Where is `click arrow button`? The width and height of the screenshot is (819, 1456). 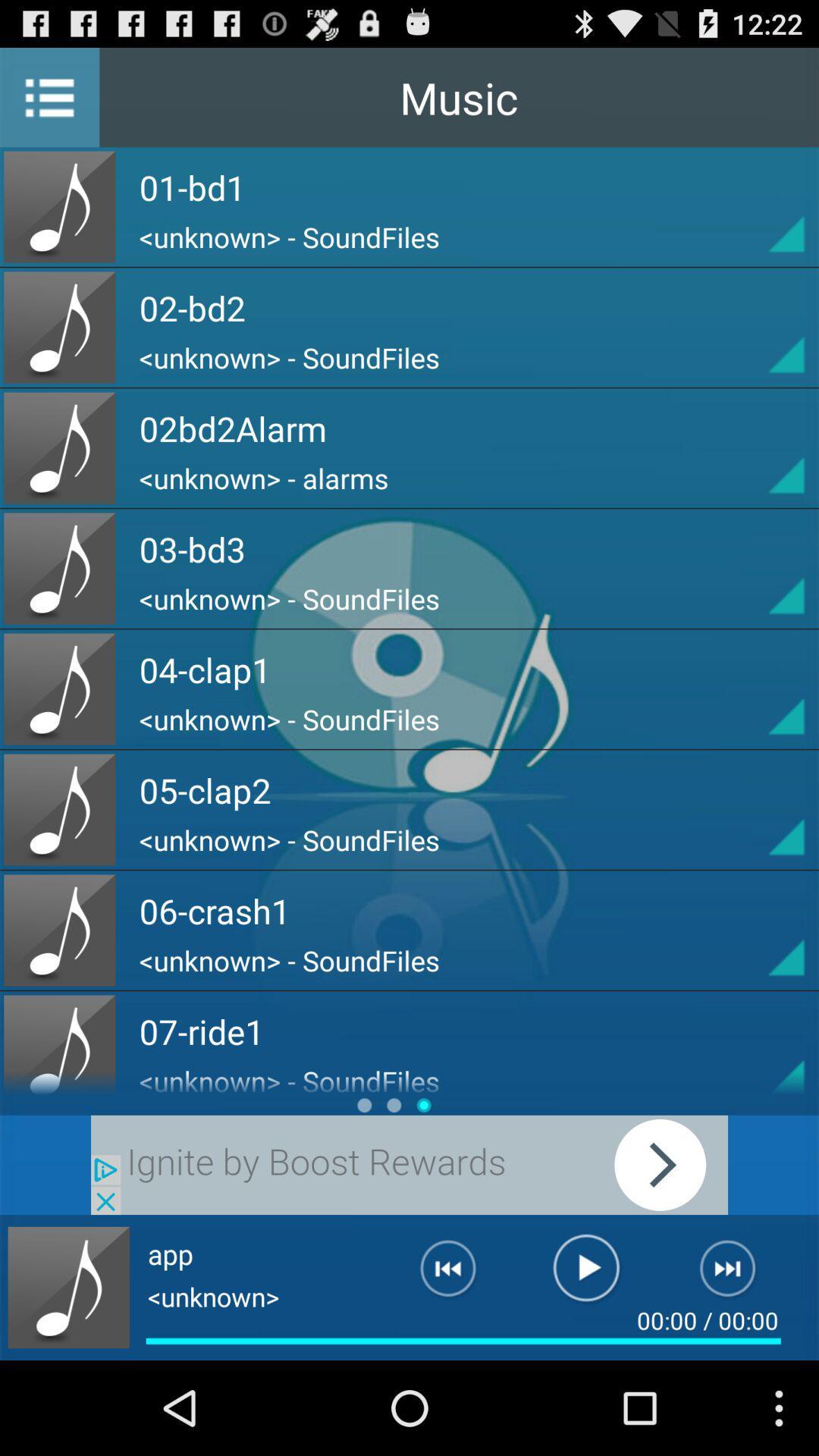
click arrow button is located at coordinates (759, 809).